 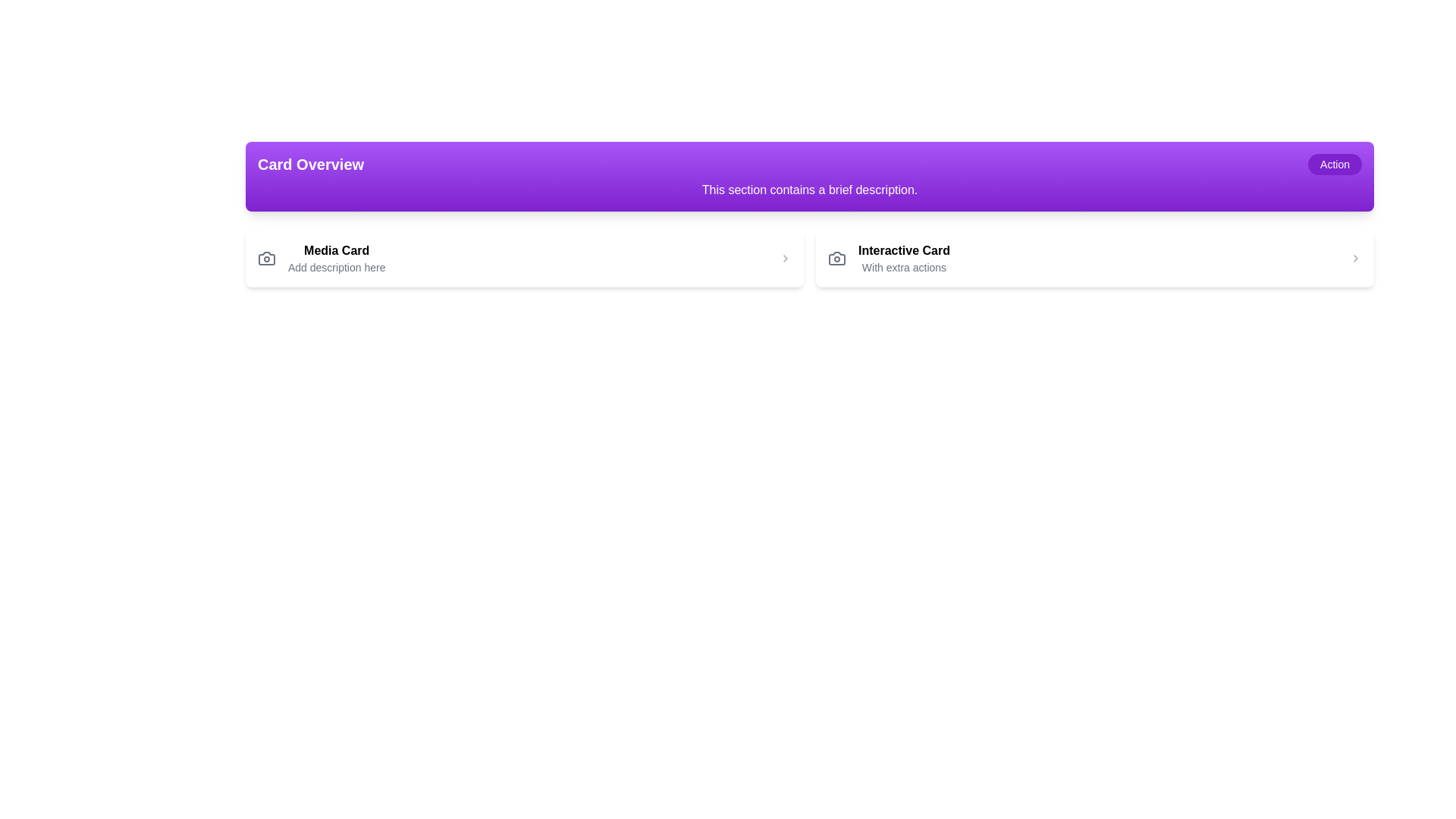 I want to click on text label 'Card Overview' which is bold and large-sized, positioned on the left side of a purple banner at the top of the interface, so click(x=310, y=164).